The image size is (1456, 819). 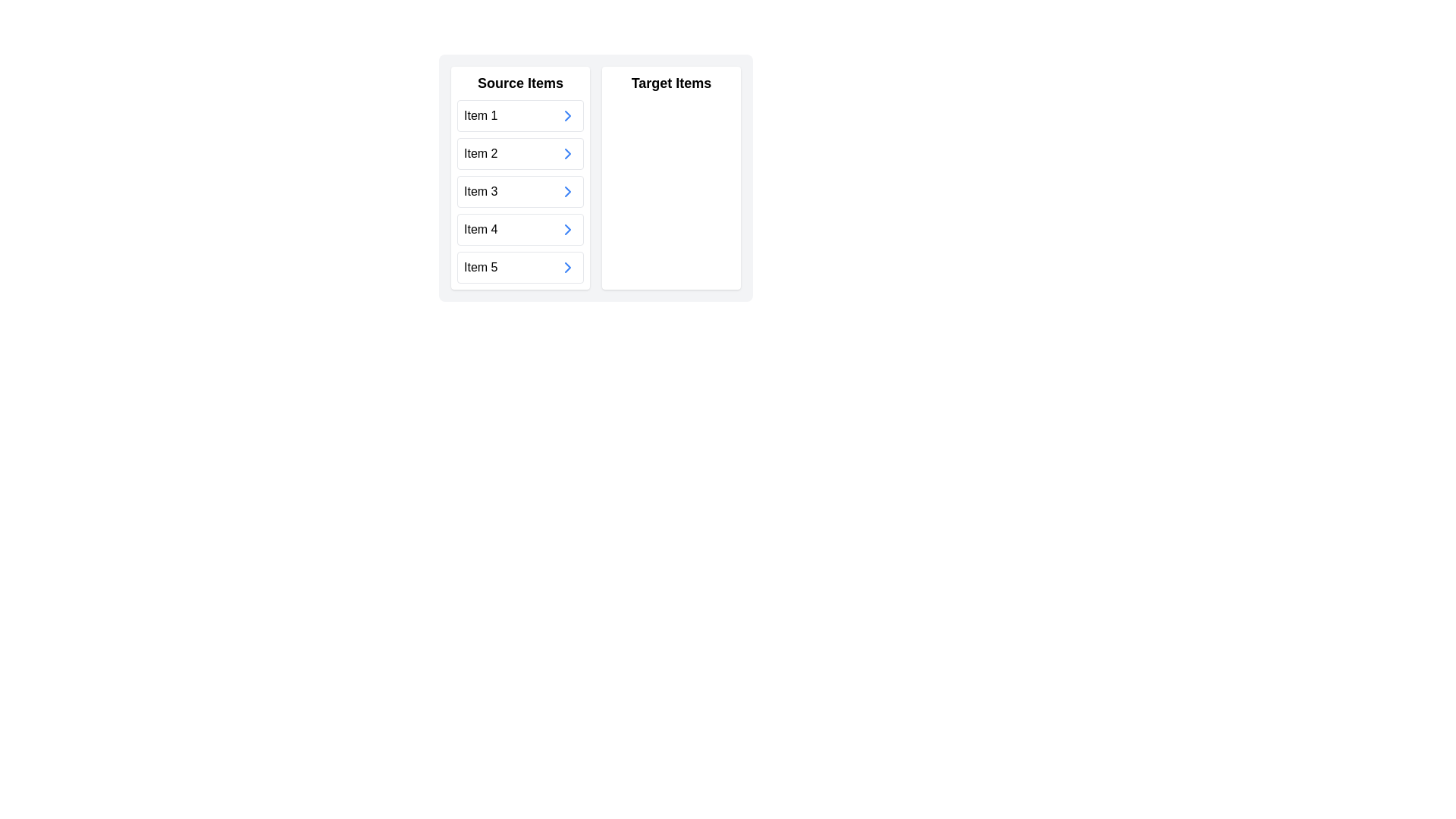 I want to click on the text of the fifth item in the 'Source Items' section, which is a Text Label positioned directly beneath 'Item 4', so click(x=479, y=267).